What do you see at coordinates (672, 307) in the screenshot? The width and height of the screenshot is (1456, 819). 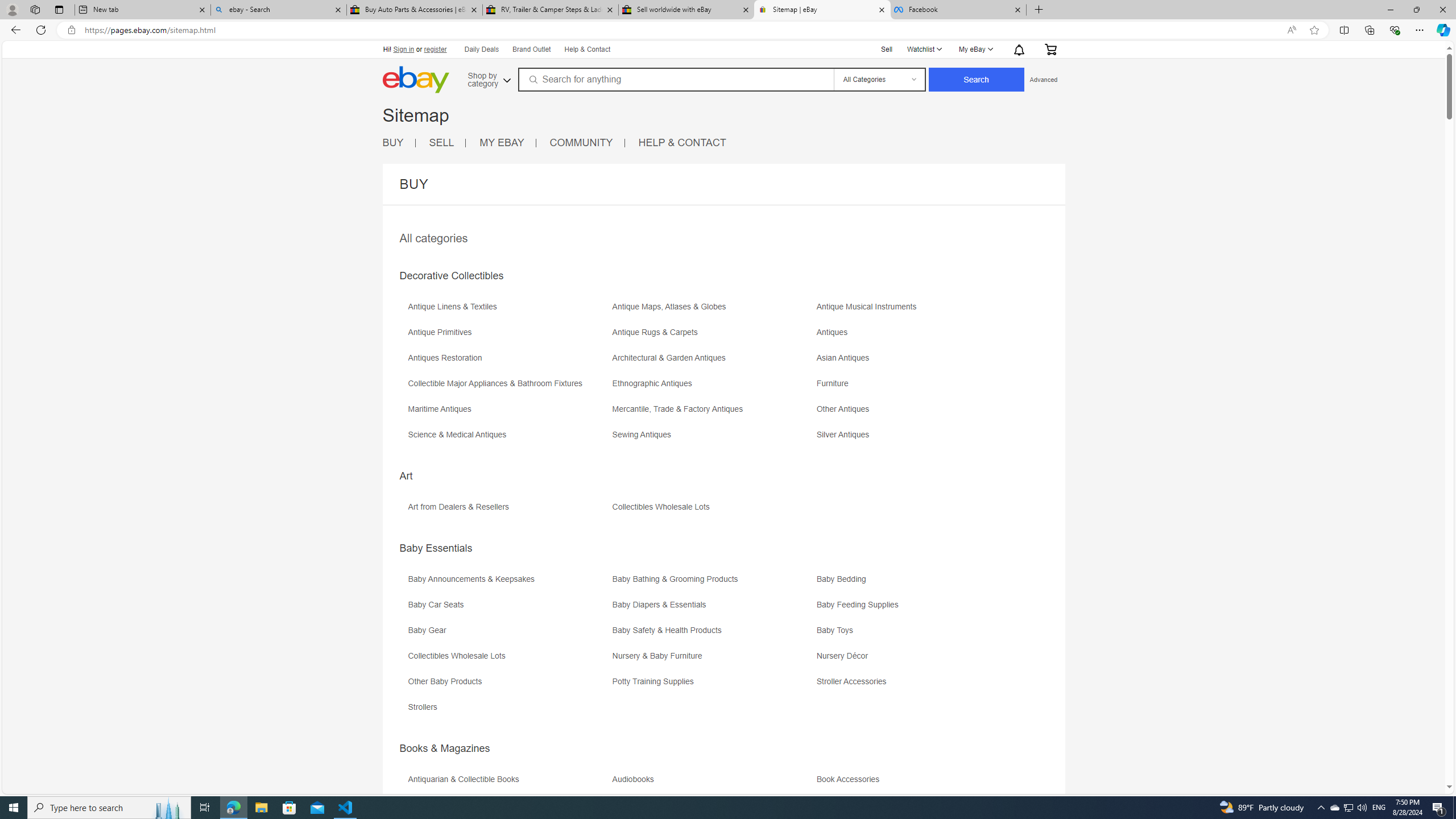 I see `'Antique Maps, Atlases & Globes'` at bounding box center [672, 307].